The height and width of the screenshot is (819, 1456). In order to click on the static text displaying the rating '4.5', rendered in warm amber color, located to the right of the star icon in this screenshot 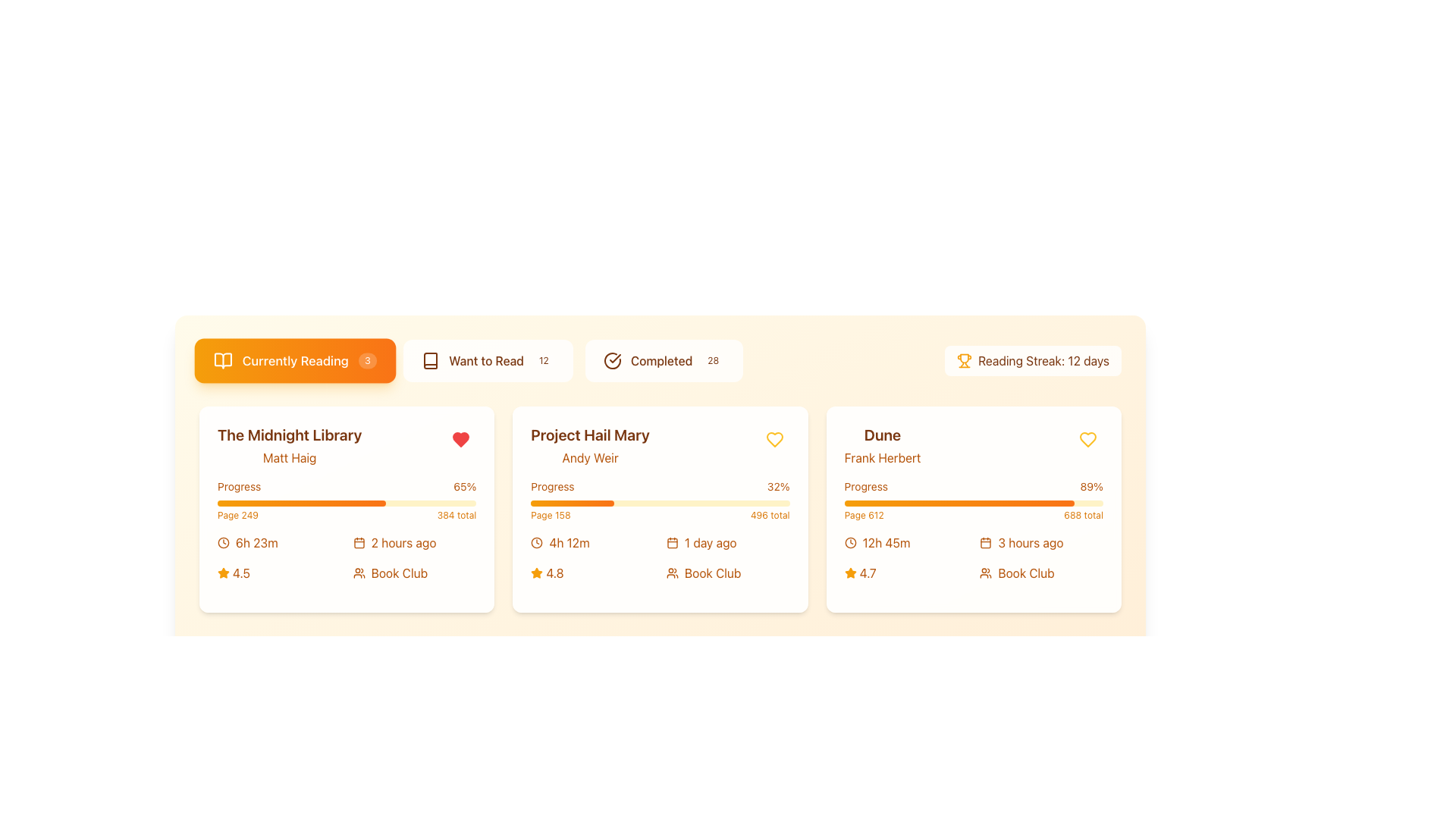, I will do `click(240, 573)`.